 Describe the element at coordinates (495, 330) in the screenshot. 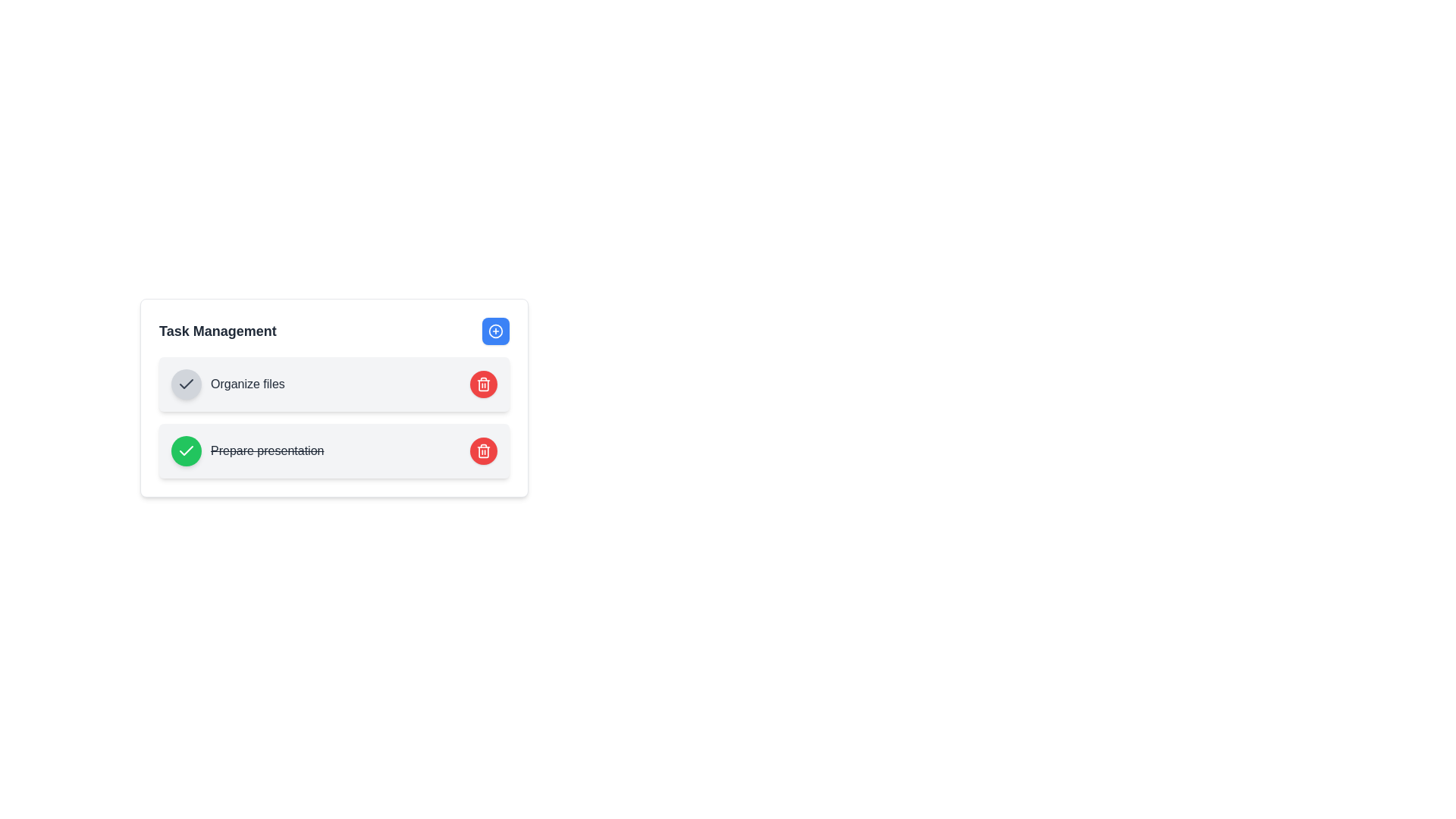

I see `the plus icon button with a blue background and white color located at the top-right corner of the task management card` at that location.